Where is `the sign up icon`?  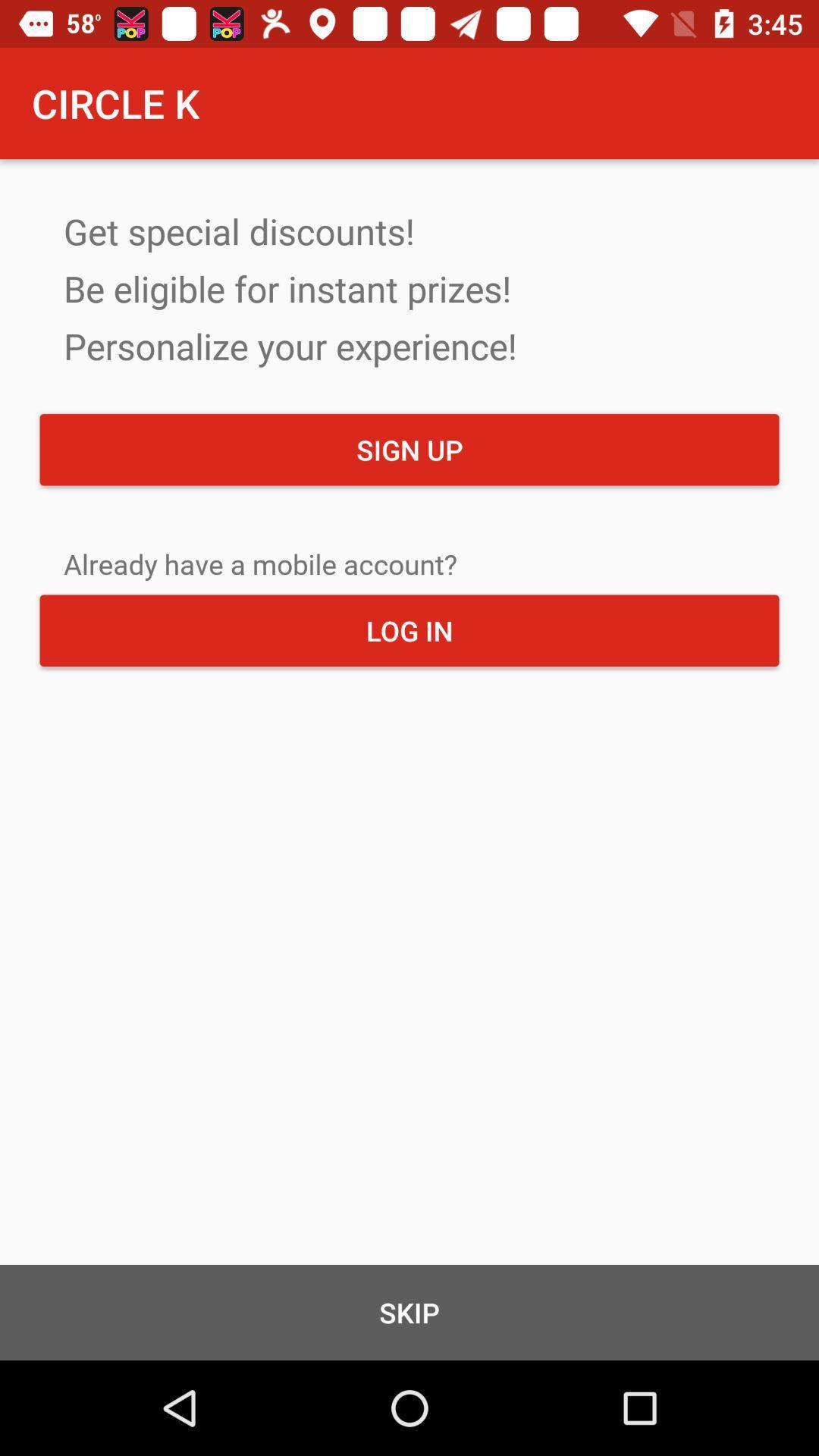 the sign up icon is located at coordinates (409, 449).